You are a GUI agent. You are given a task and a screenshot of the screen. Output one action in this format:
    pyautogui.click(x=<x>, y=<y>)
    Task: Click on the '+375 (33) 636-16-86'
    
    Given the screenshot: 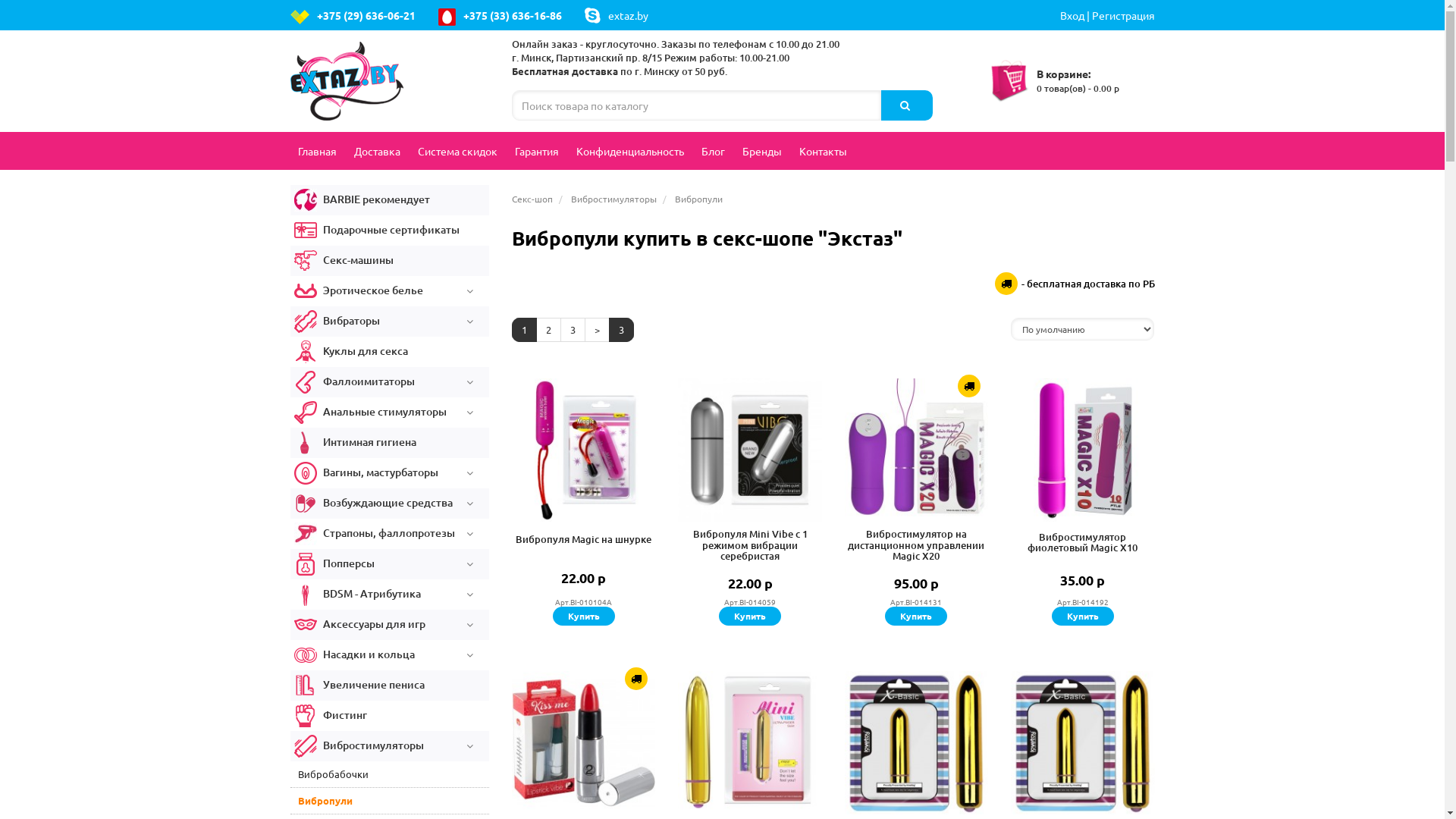 What is the action you would take?
    pyautogui.click(x=500, y=14)
    